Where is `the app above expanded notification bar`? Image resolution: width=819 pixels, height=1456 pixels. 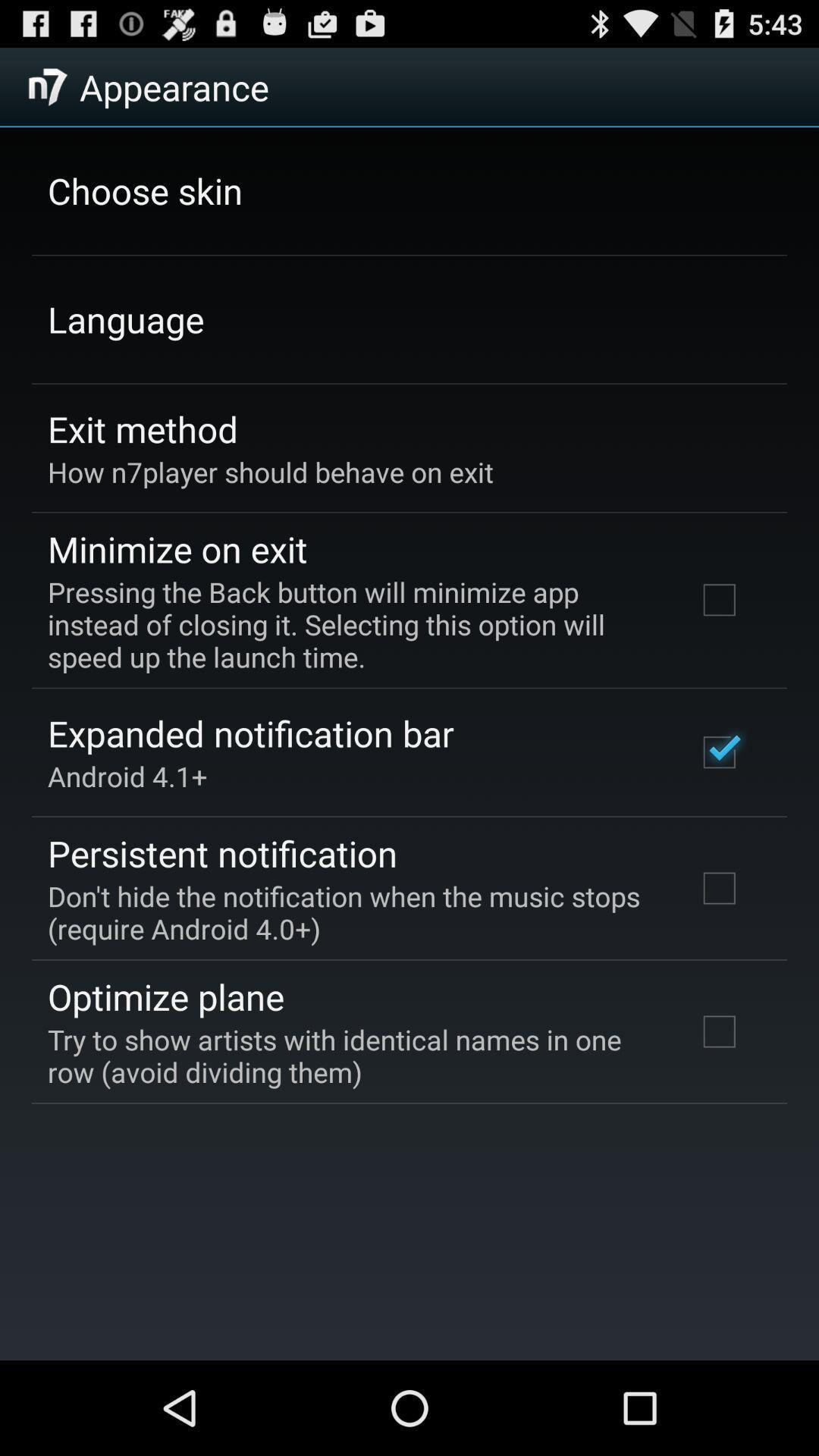
the app above expanded notification bar is located at coordinates (351, 624).